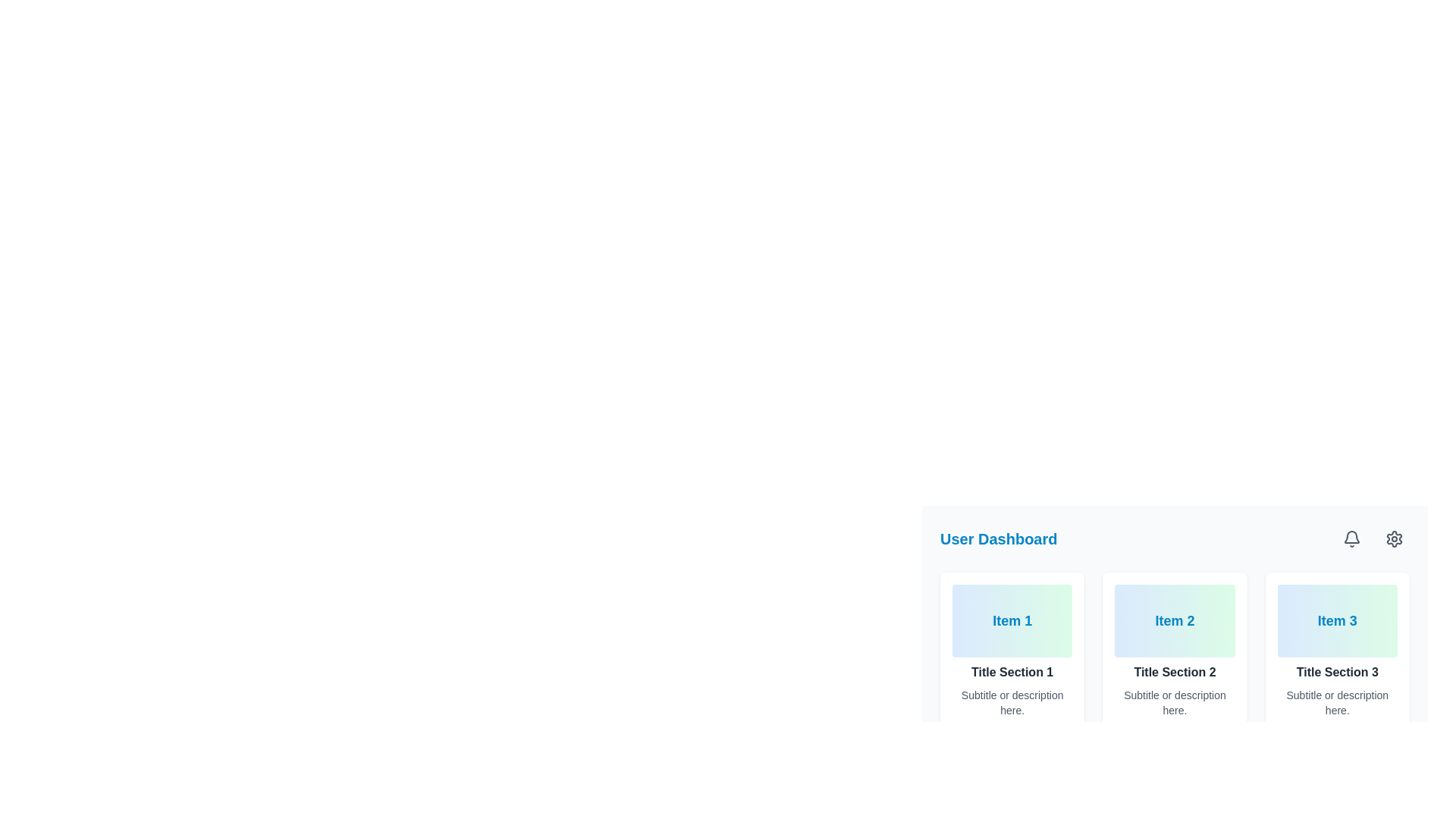 The width and height of the screenshot is (1456, 819). What do you see at coordinates (1174, 651) in the screenshot?
I see `the second Card element in the User Dashboard section` at bounding box center [1174, 651].